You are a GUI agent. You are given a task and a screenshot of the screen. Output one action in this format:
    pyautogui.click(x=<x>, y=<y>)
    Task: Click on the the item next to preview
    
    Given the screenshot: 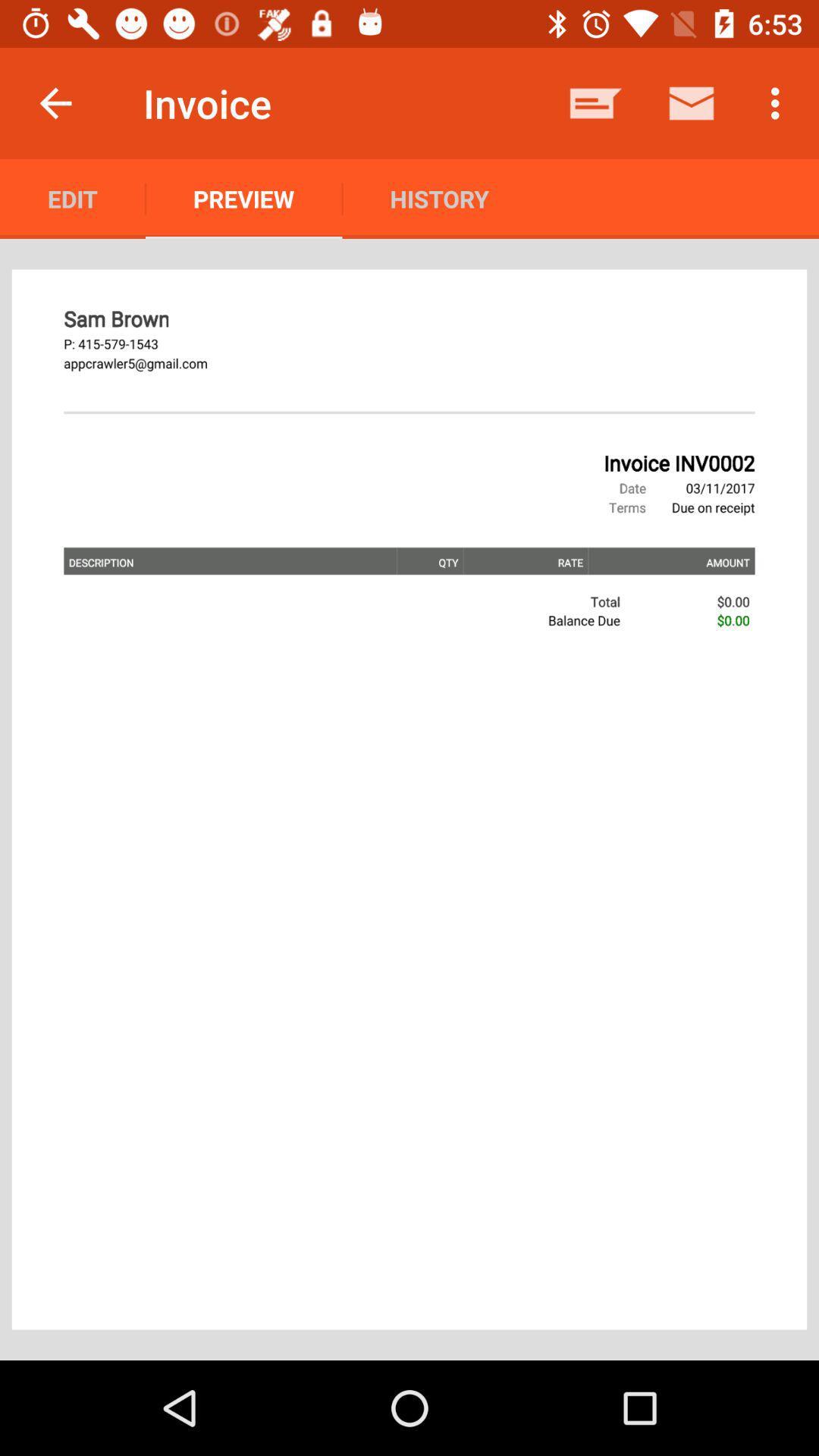 What is the action you would take?
    pyautogui.click(x=73, y=198)
    